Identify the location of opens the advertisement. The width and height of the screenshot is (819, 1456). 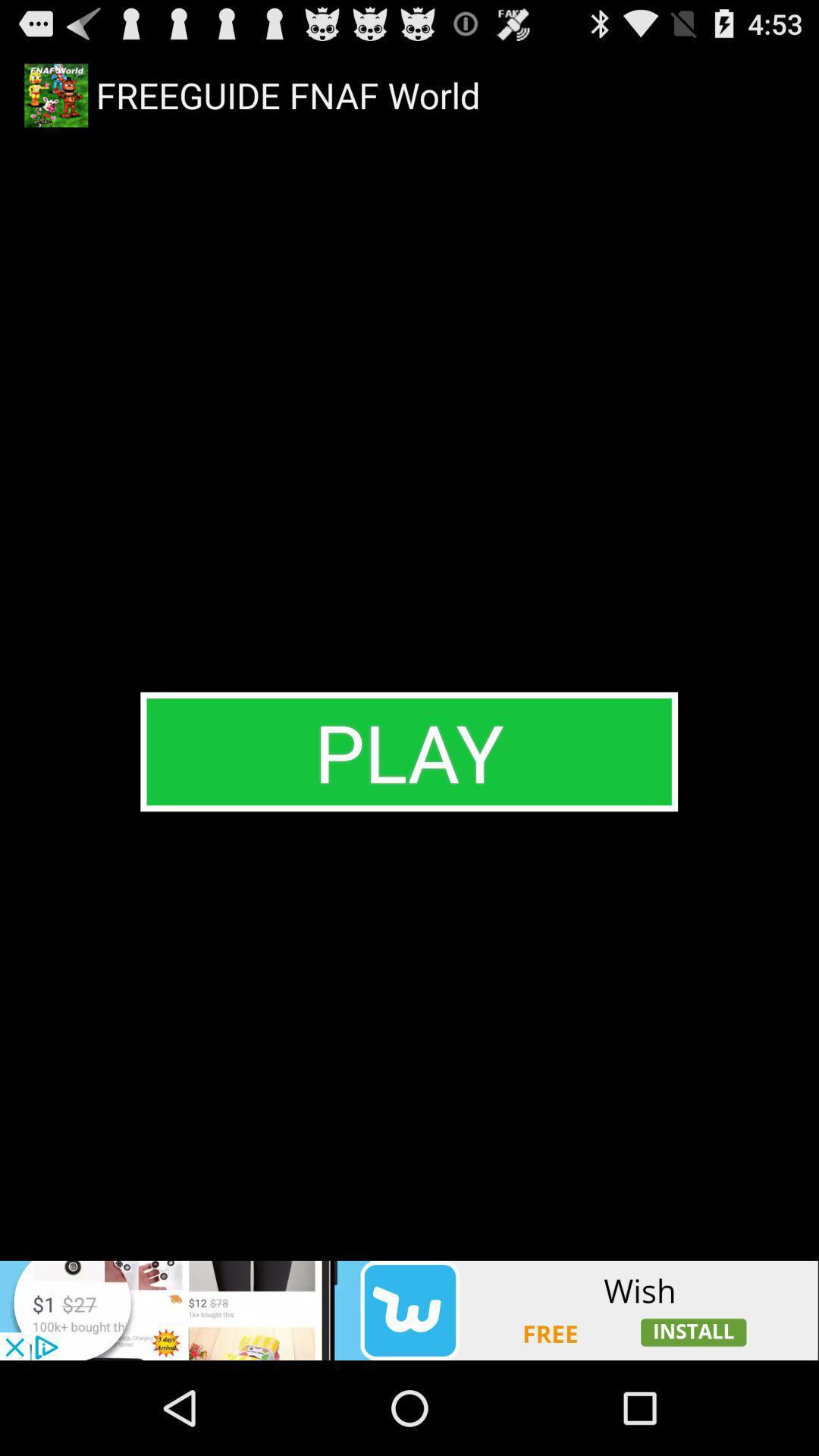
(409, 1310).